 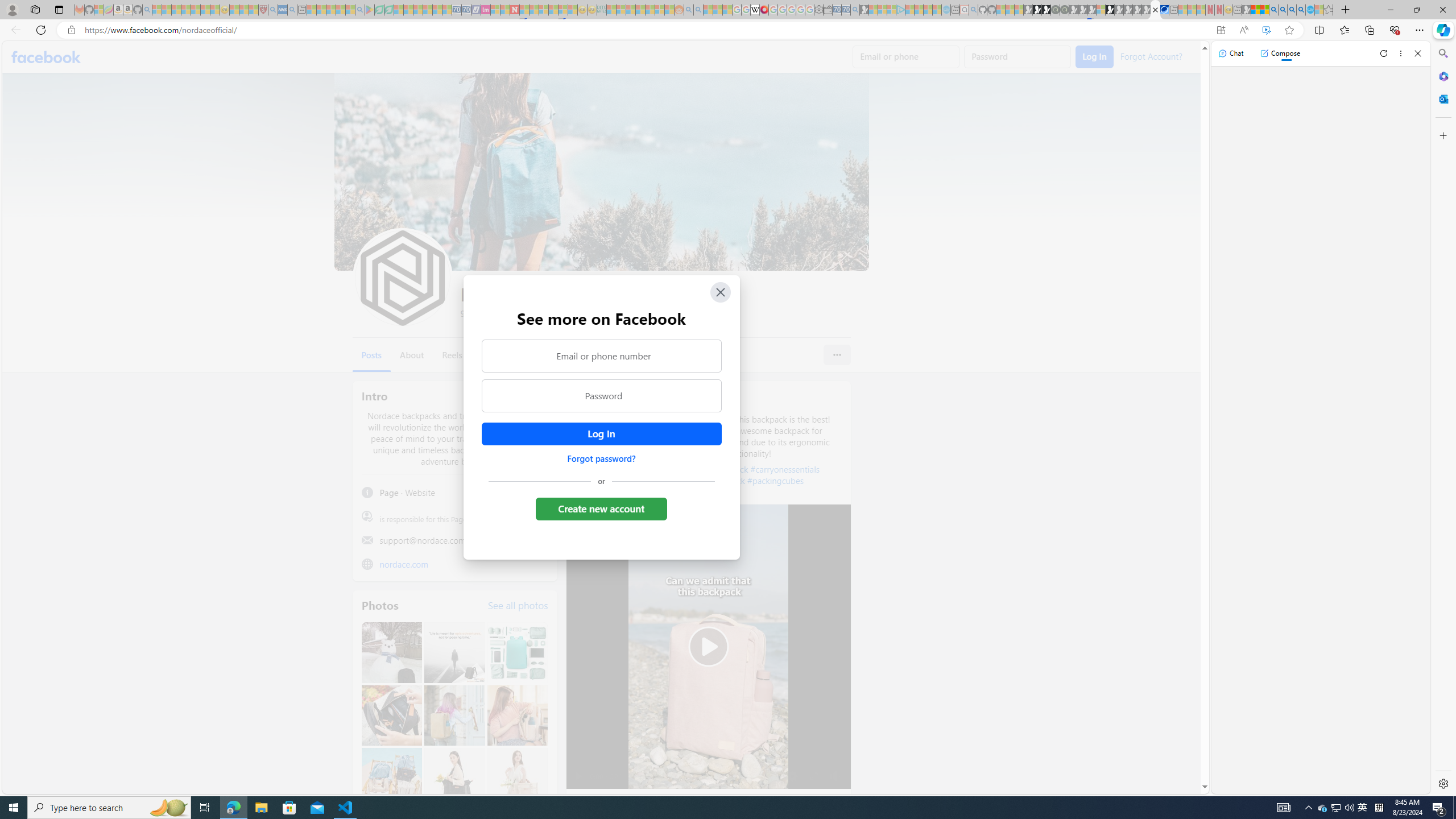 I want to click on 'Target page - Wikipedia', so click(x=754, y=9).